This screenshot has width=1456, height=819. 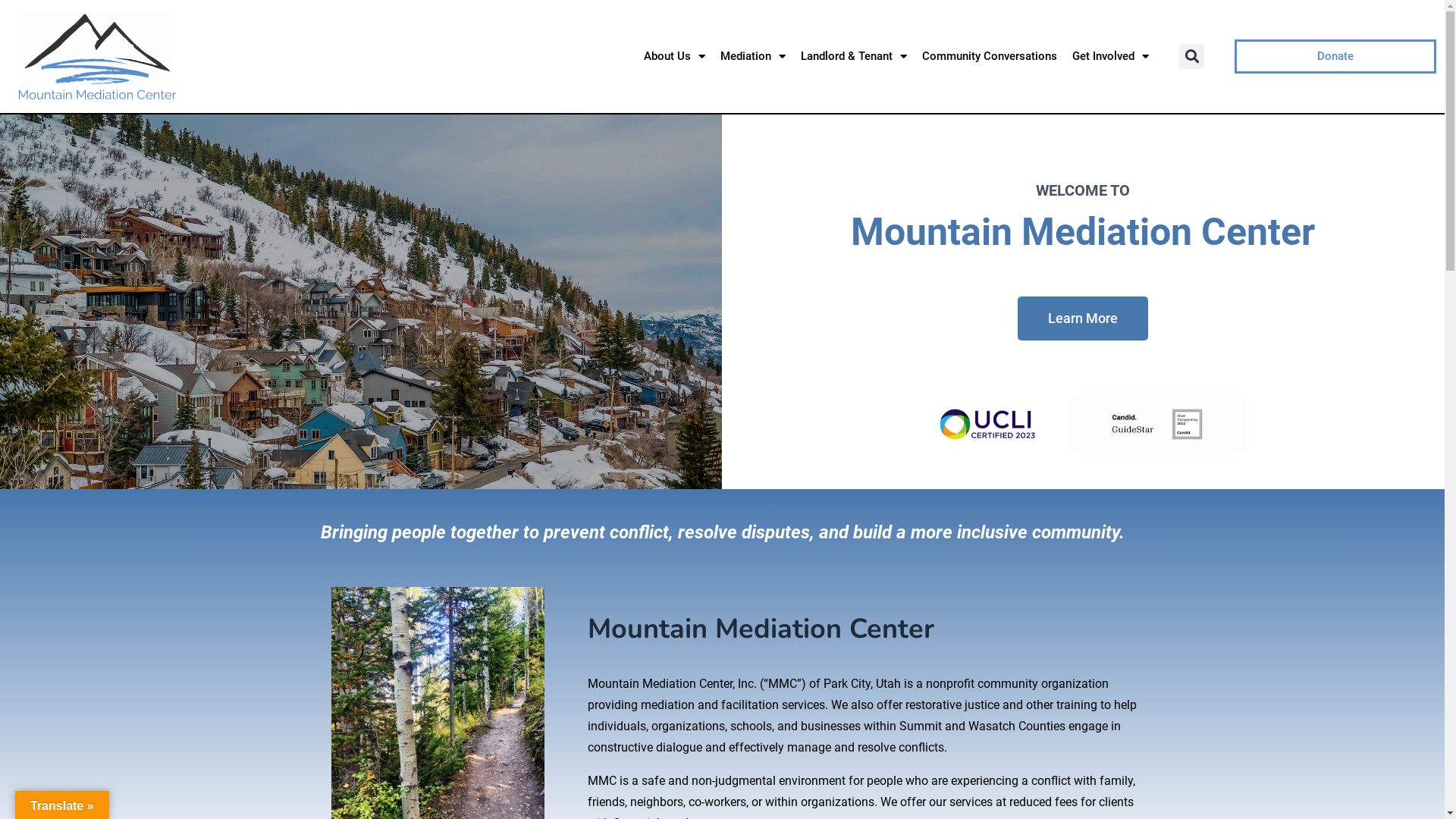 What do you see at coordinates (854, 55) in the screenshot?
I see `'Landlord & Tenant'` at bounding box center [854, 55].